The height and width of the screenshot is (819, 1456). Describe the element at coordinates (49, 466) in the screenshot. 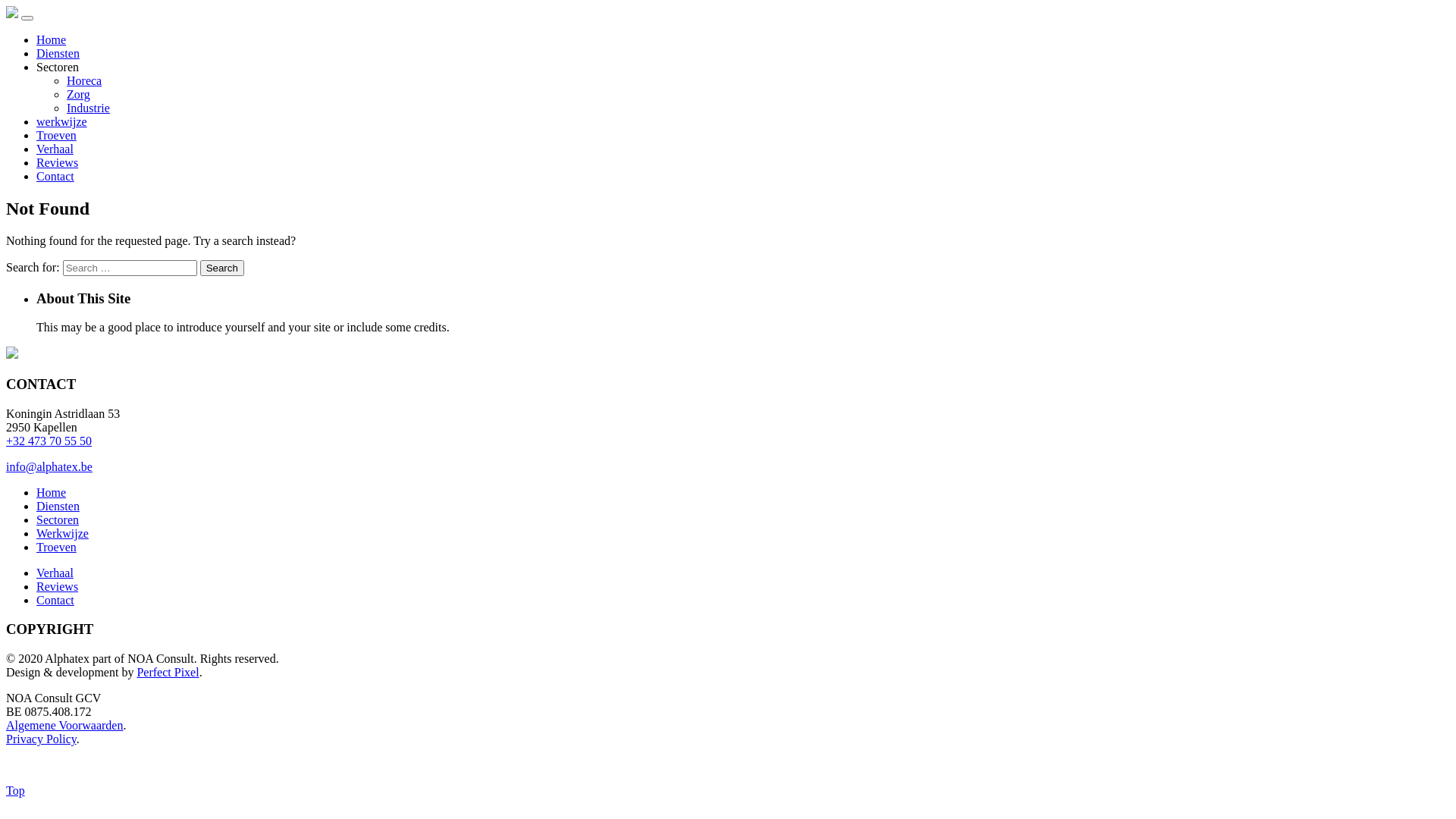

I see `'info@alphatex.be'` at that location.